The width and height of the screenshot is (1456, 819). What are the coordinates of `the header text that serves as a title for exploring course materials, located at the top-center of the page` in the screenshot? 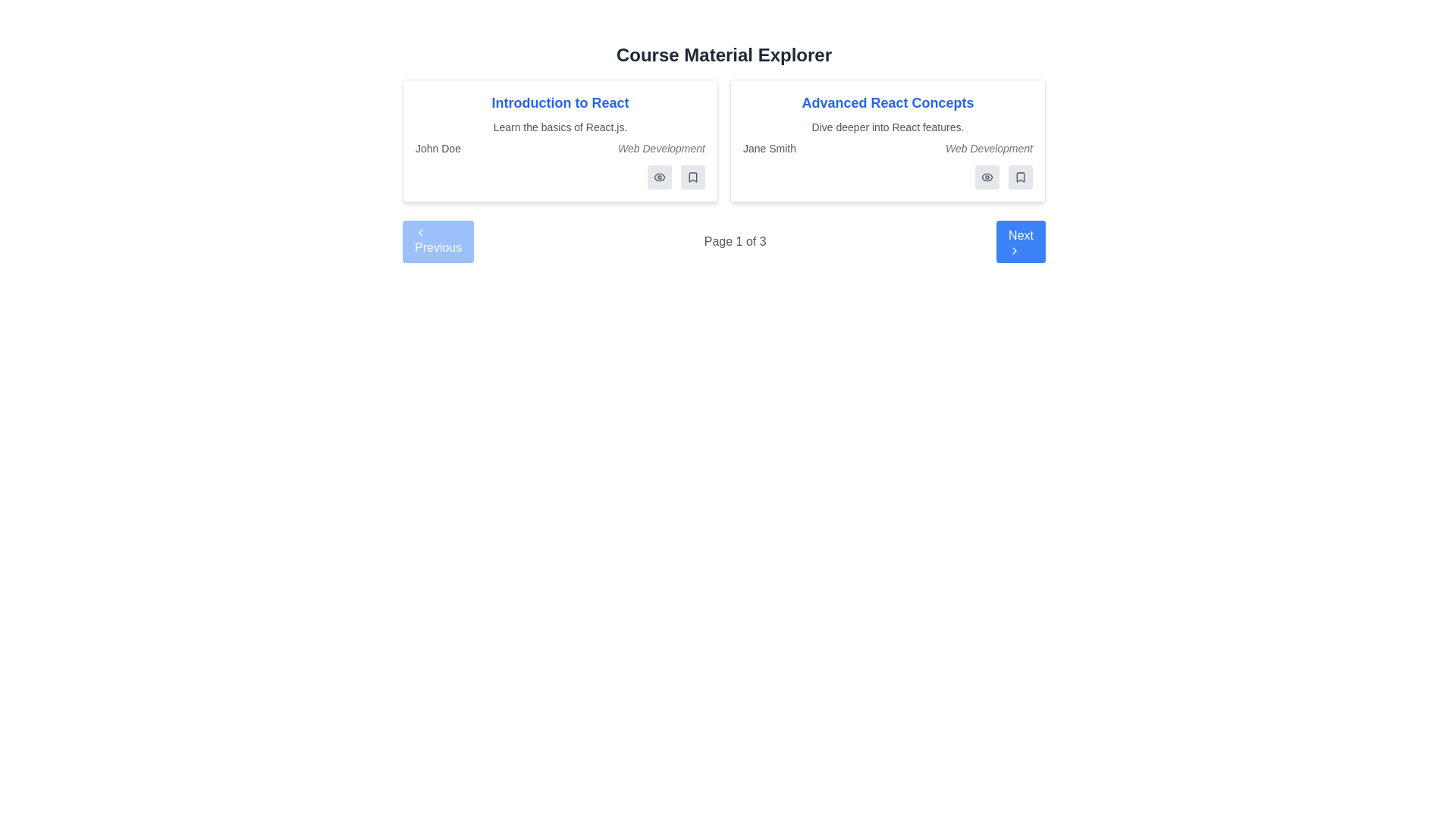 It's located at (723, 55).